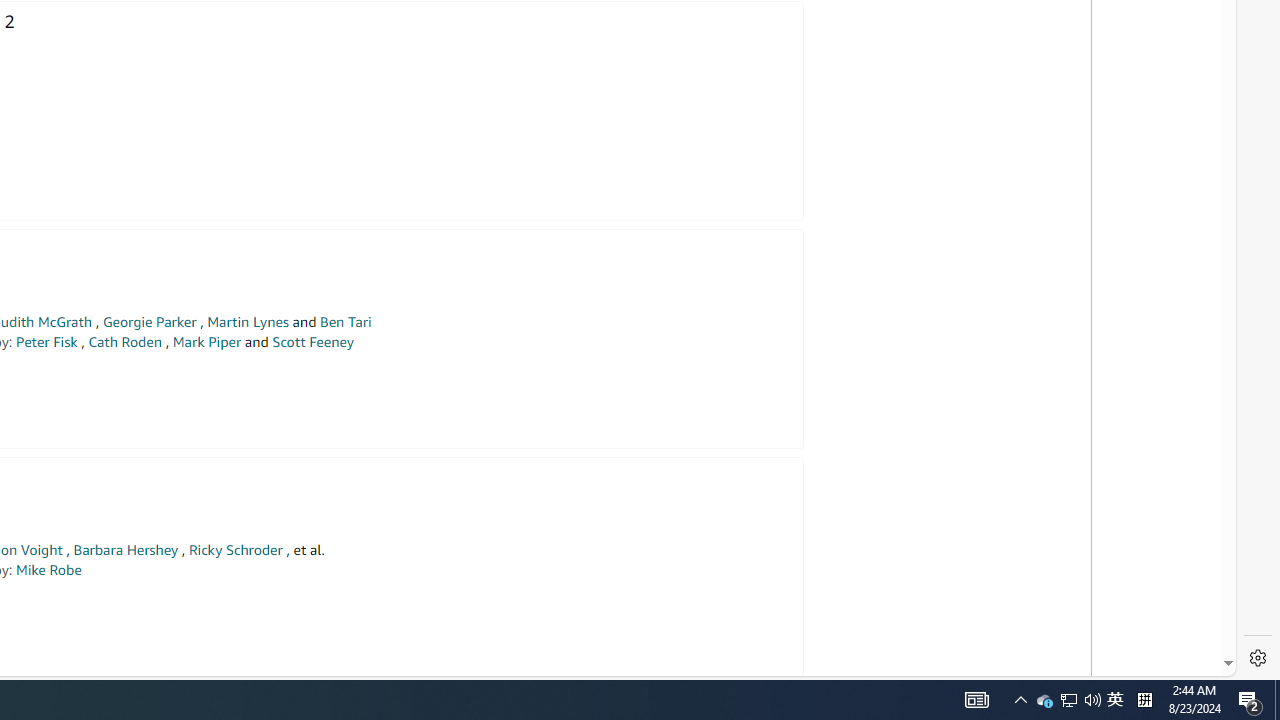  I want to click on 'Martin Lynes', so click(247, 321).